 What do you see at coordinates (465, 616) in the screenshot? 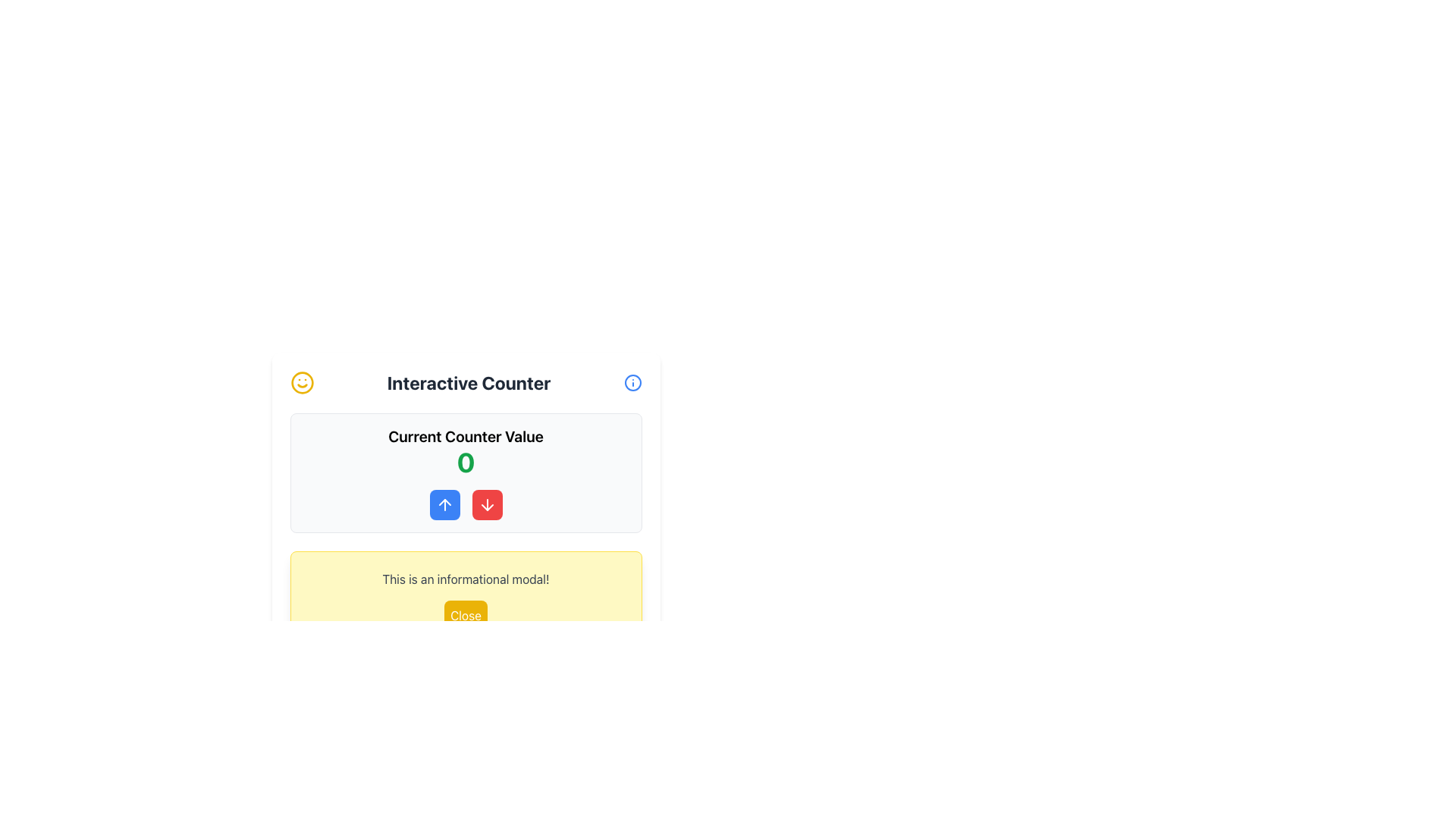
I see `the yellow button with rounded corners and white text reading 'Close'` at bounding box center [465, 616].